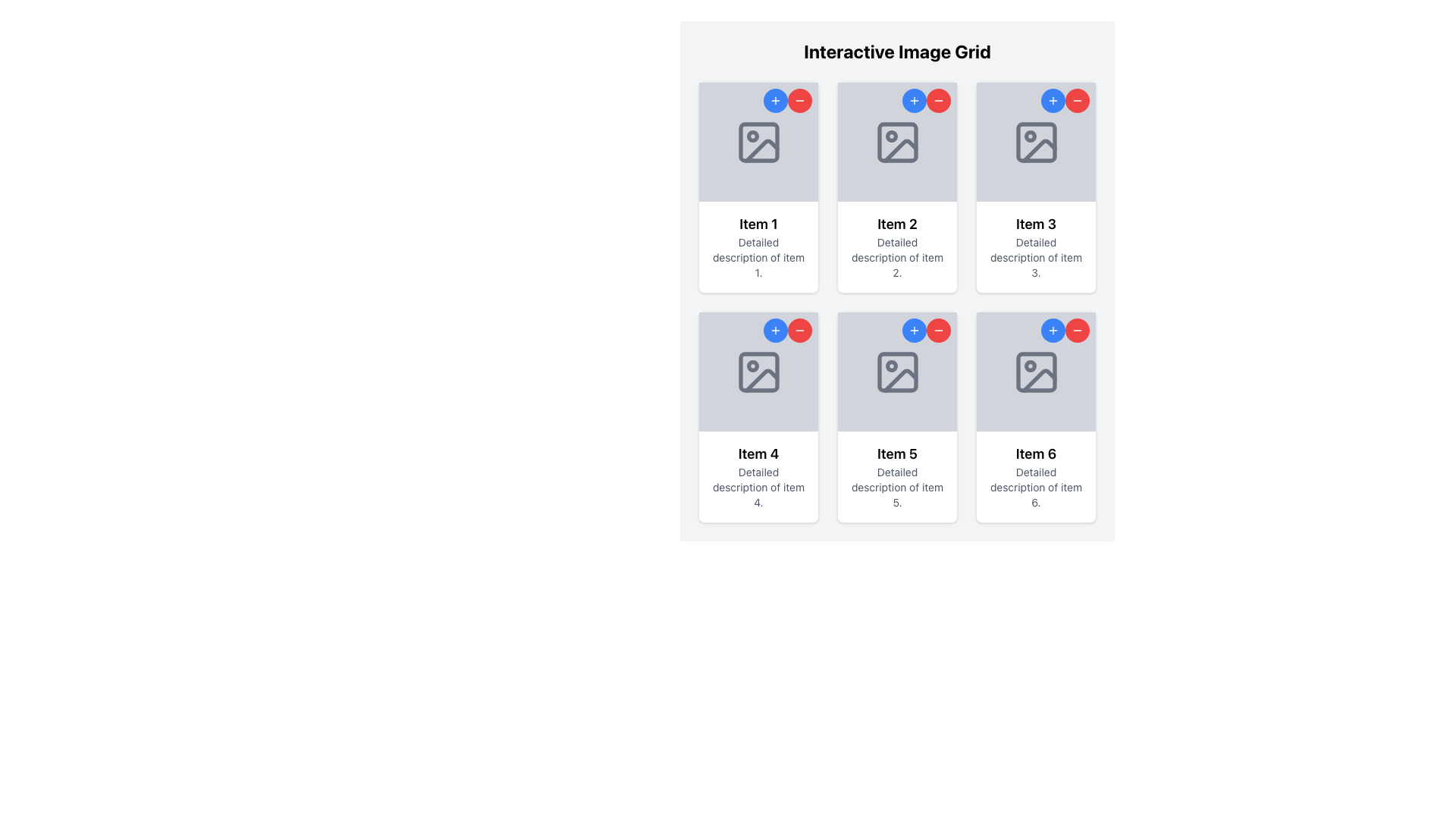 The image size is (1456, 819). What do you see at coordinates (799, 329) in the screenshot?
I see `the button in the top-right corner of the card labeled 'Item 5', which serves as a decrement or removal action` at bounding box center [799, 329].